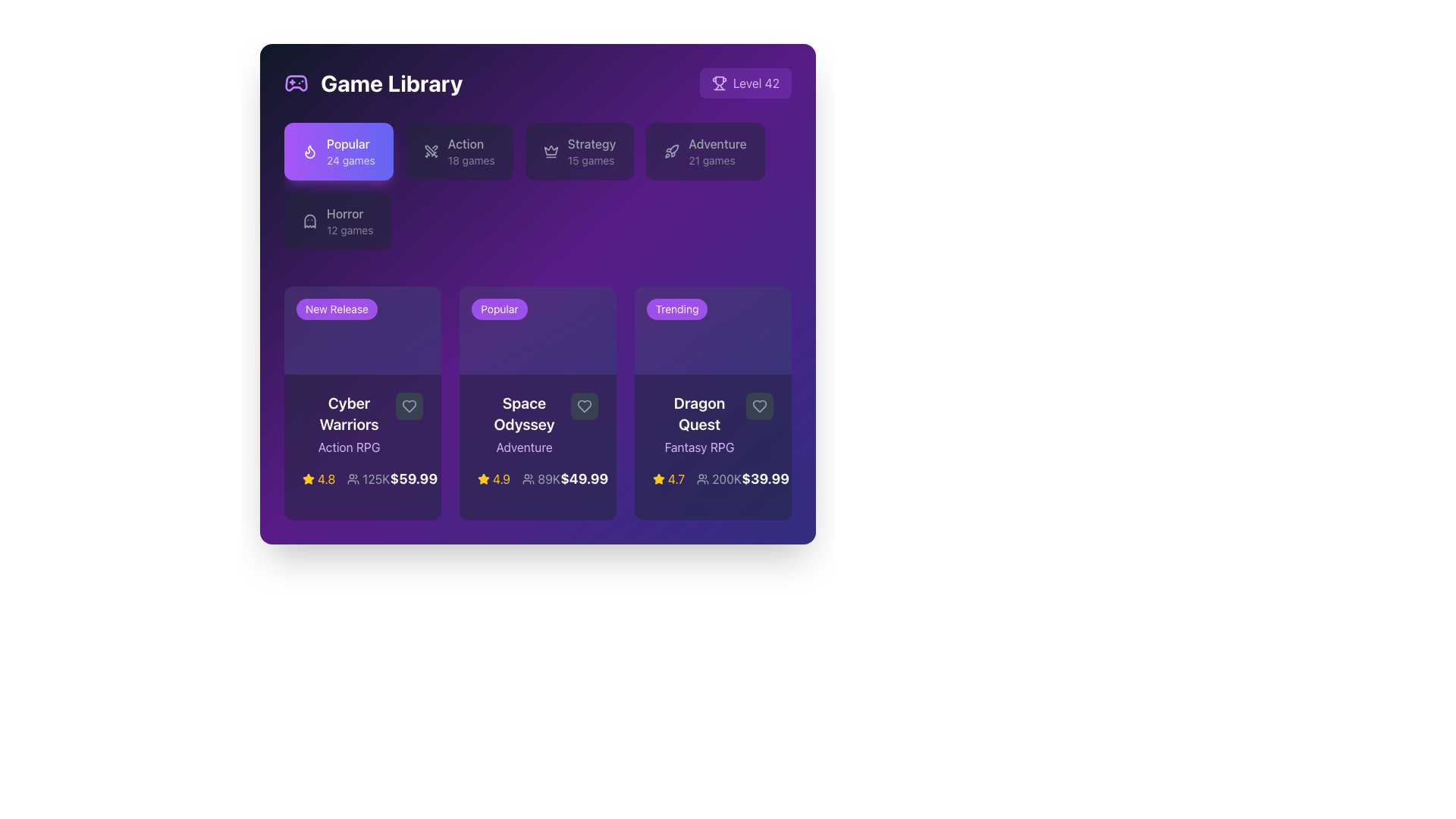 Image resolution: width=1456 pixels, height=819 pixels. Describe the element at coordinates (591, 152) in the screenshot. I see `the button containing the text label that reads 'Strategy' in bold and '15 games' in a smaller font, styled with grayish-white text on a dark purple background` at that location.